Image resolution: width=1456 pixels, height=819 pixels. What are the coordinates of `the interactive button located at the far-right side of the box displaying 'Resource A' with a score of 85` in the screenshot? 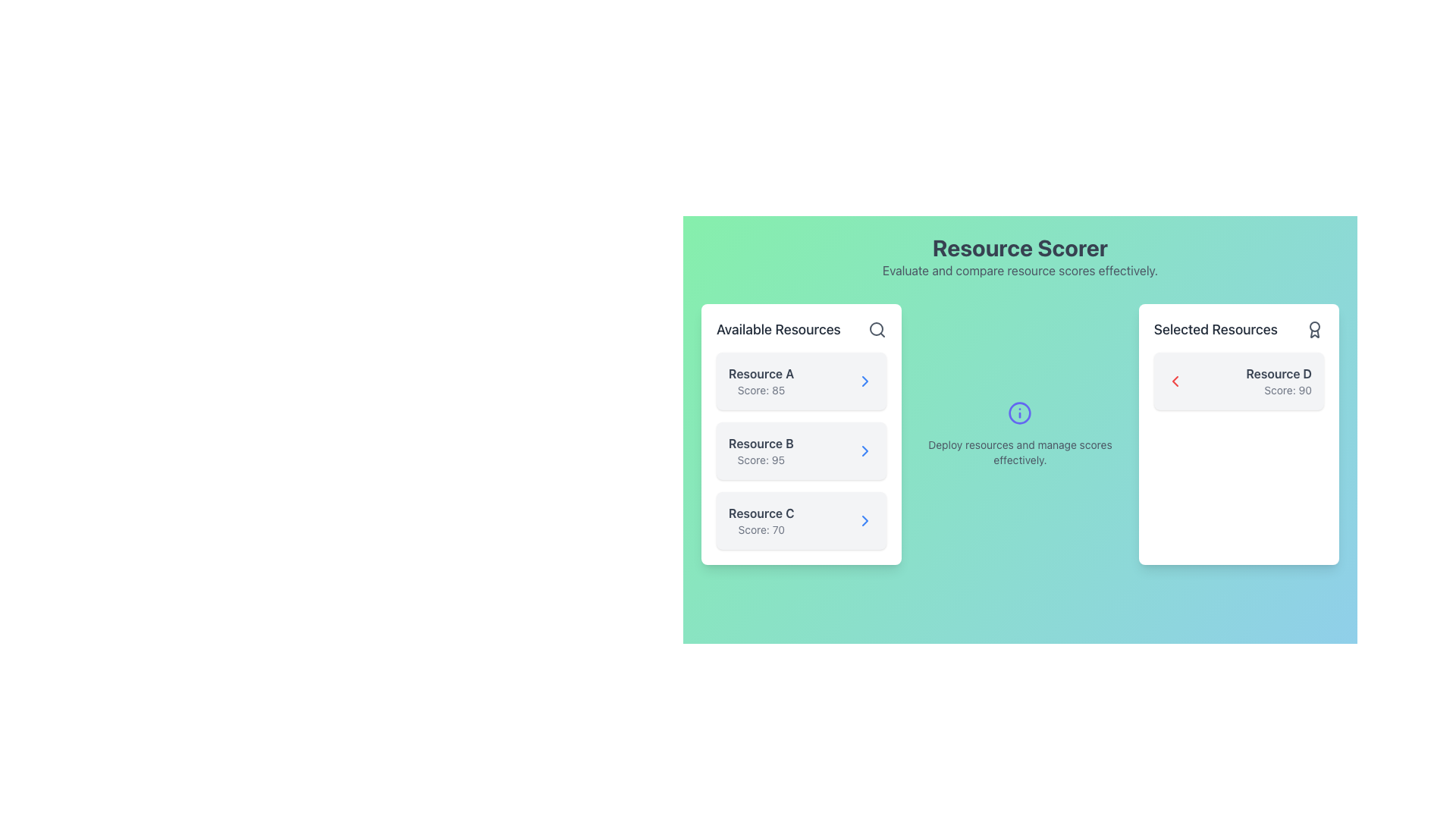 It's located at (865, 380).